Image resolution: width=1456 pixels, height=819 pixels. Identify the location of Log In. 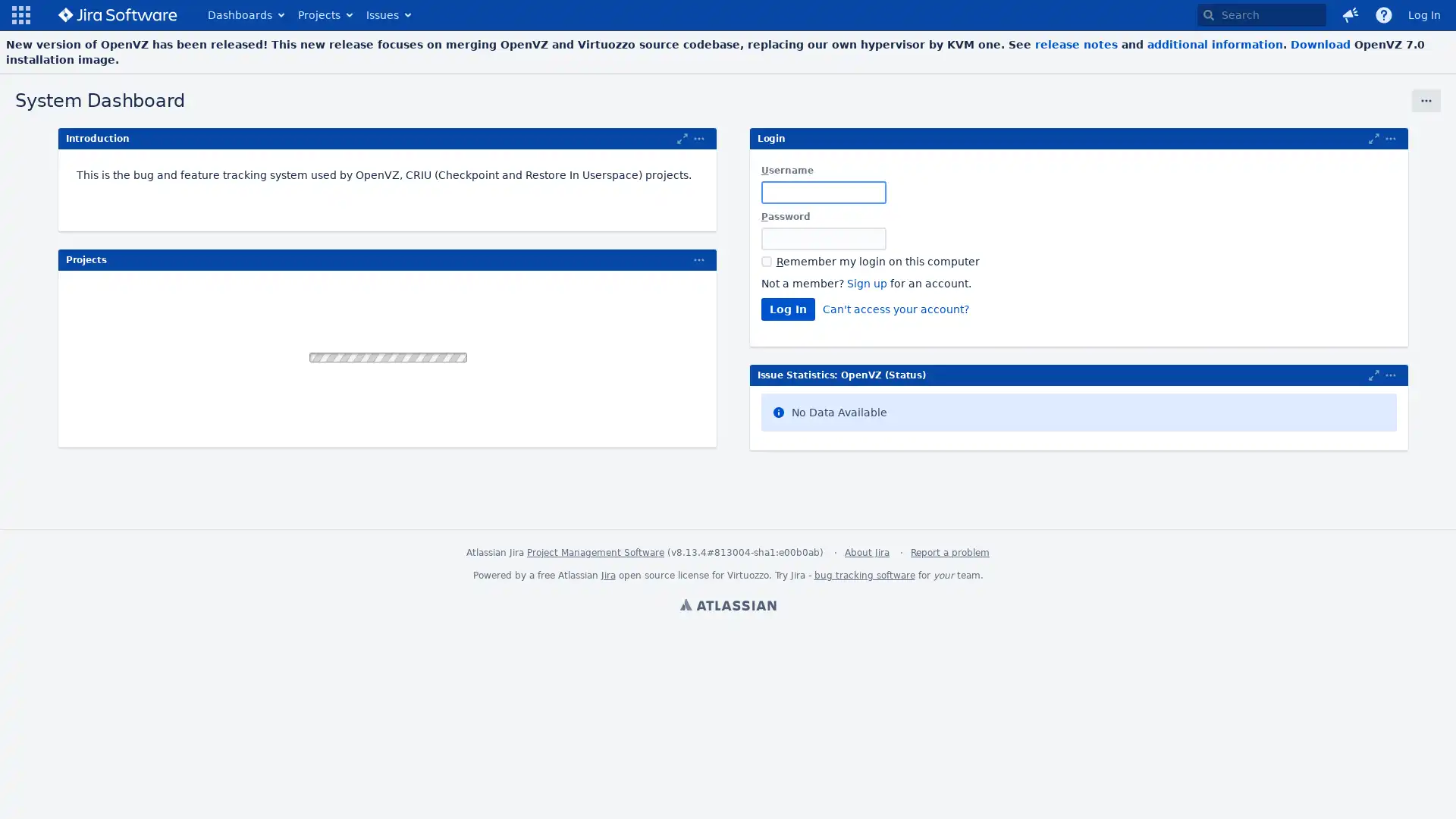
(788, 309).